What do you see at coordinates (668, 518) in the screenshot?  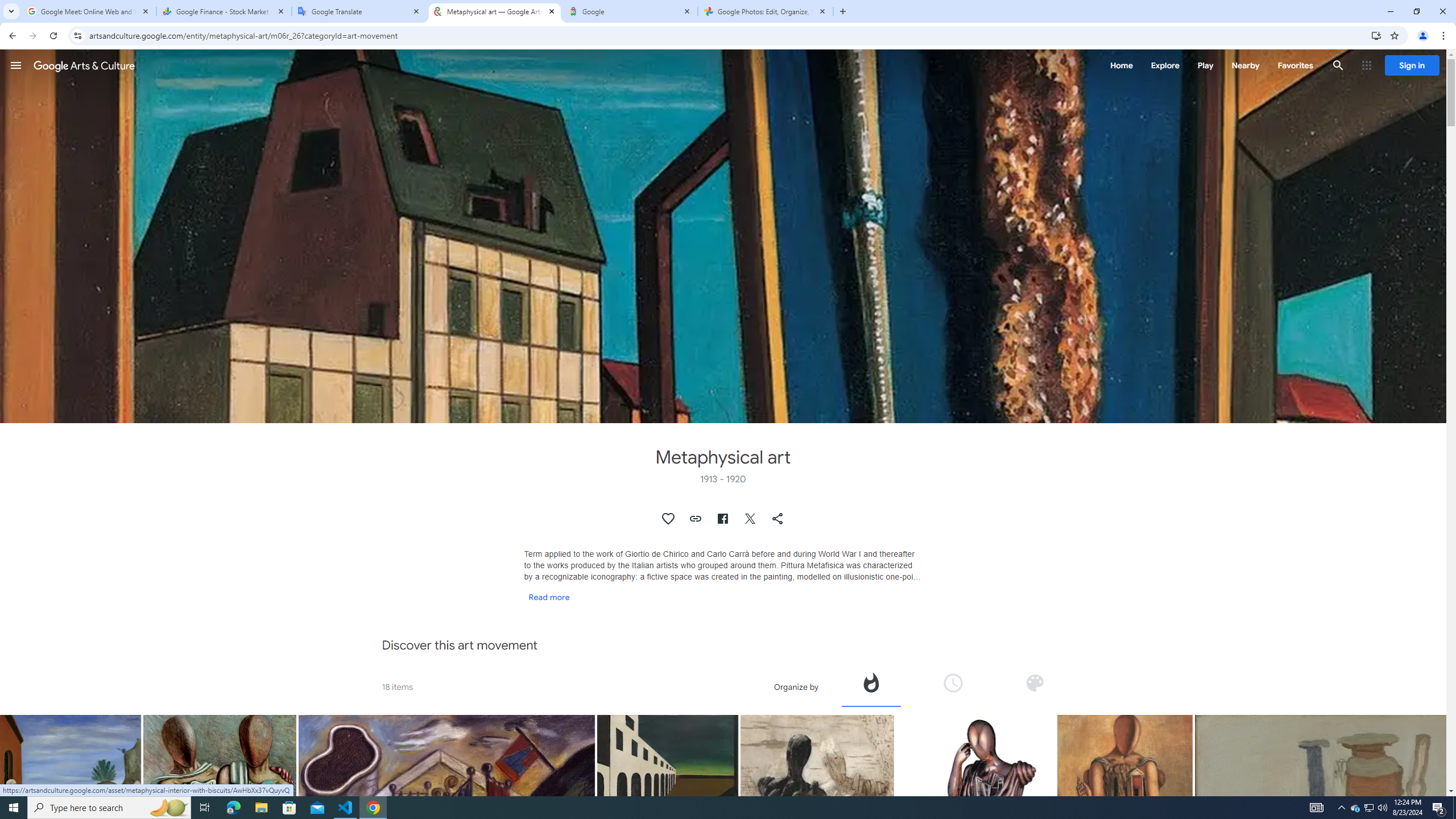 I see `'Authenticate to favorite this asset.'` at bounding box center [668, 518].